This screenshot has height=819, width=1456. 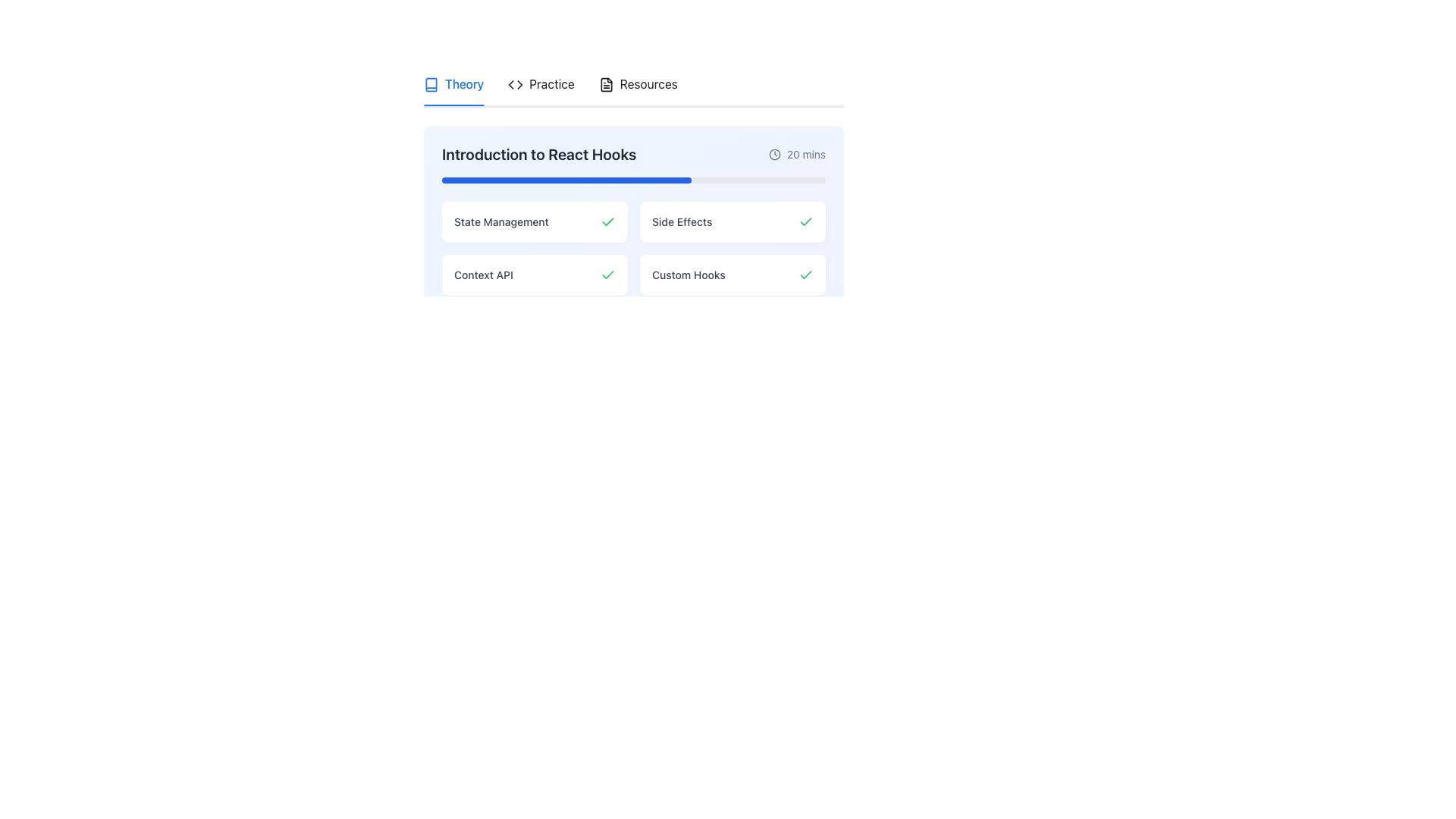 I want to click on the icon resembling a pair of chevrons pointing in opposite directions, located on the left side of the 'Practice' text, so click(x=516, y=84).